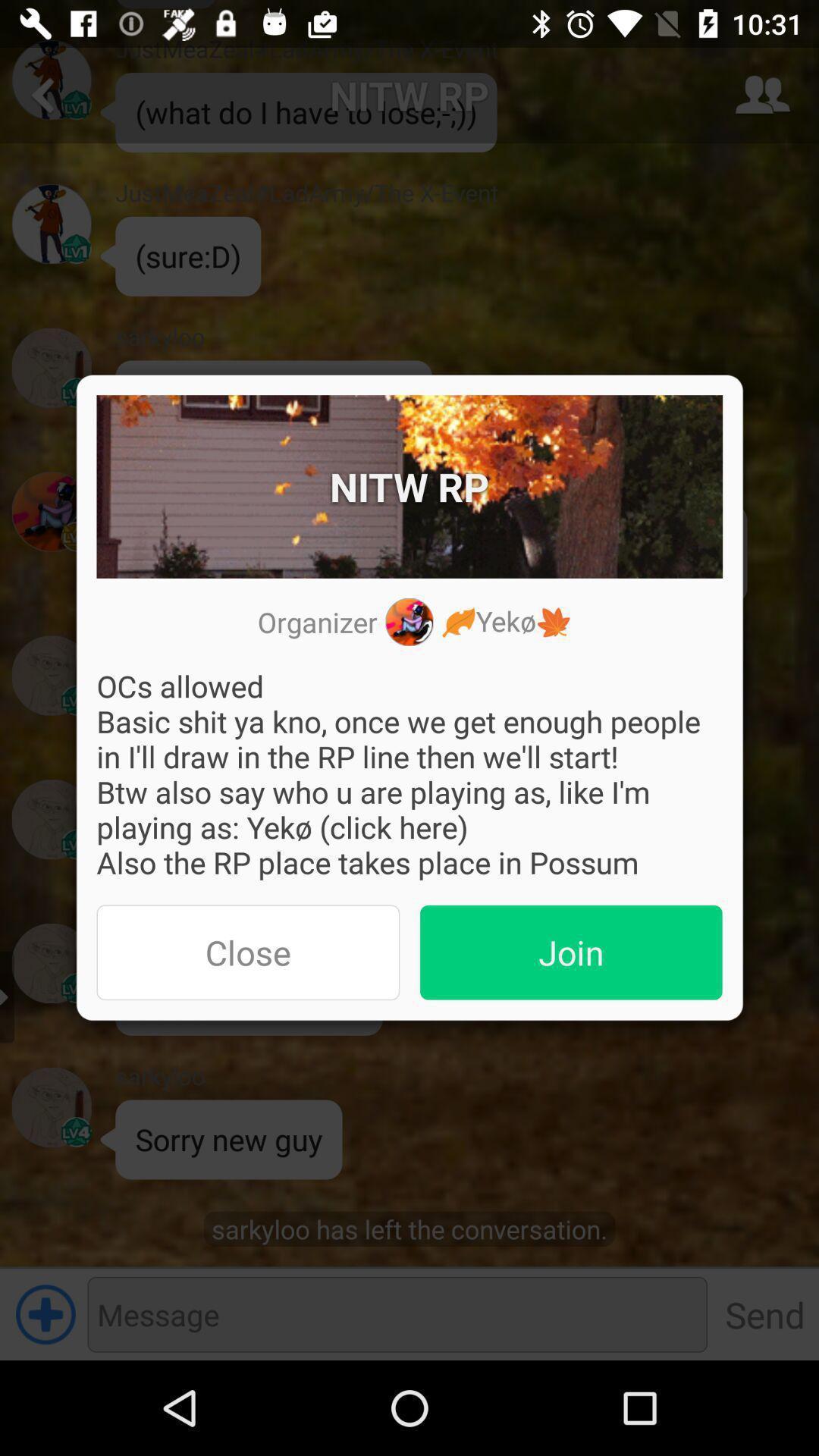 Image resolution: width=819 pixels, height=1456 pixels. What do you see at coordinates (247, 952) in the screenshot?
I see `the close item` at bounding box center [247, 952].